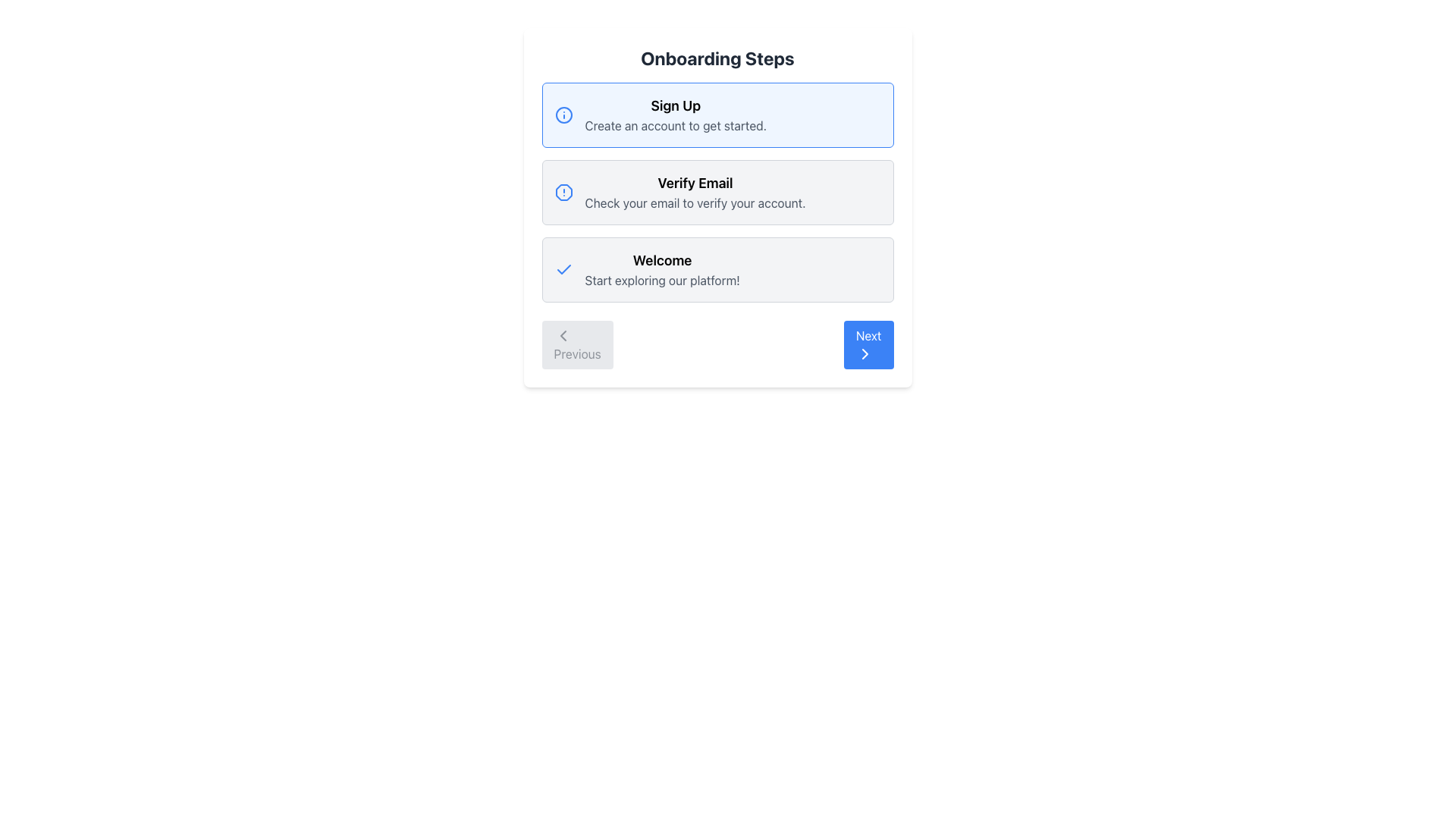  I want to click on the Text Description Block that conveys information about signing up and creating an account, which is positioned at the top of the onboarding steps list, so click(675, 114).